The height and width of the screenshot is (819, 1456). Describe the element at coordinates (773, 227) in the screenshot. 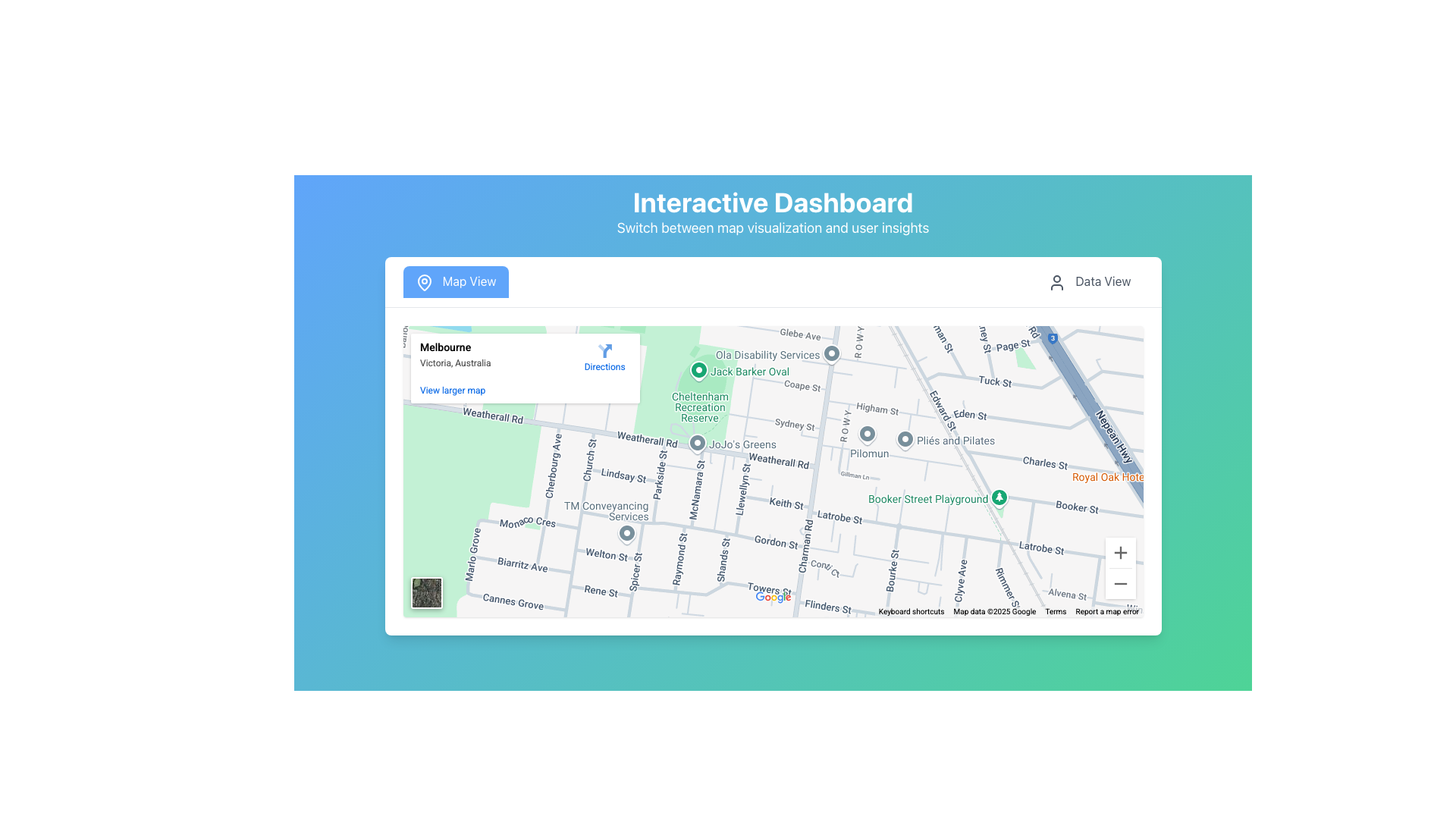

I see `the descriptive Text Label located below the heading 'Interactive Dashboard', which provides context about switching between different visualizations` at that location.